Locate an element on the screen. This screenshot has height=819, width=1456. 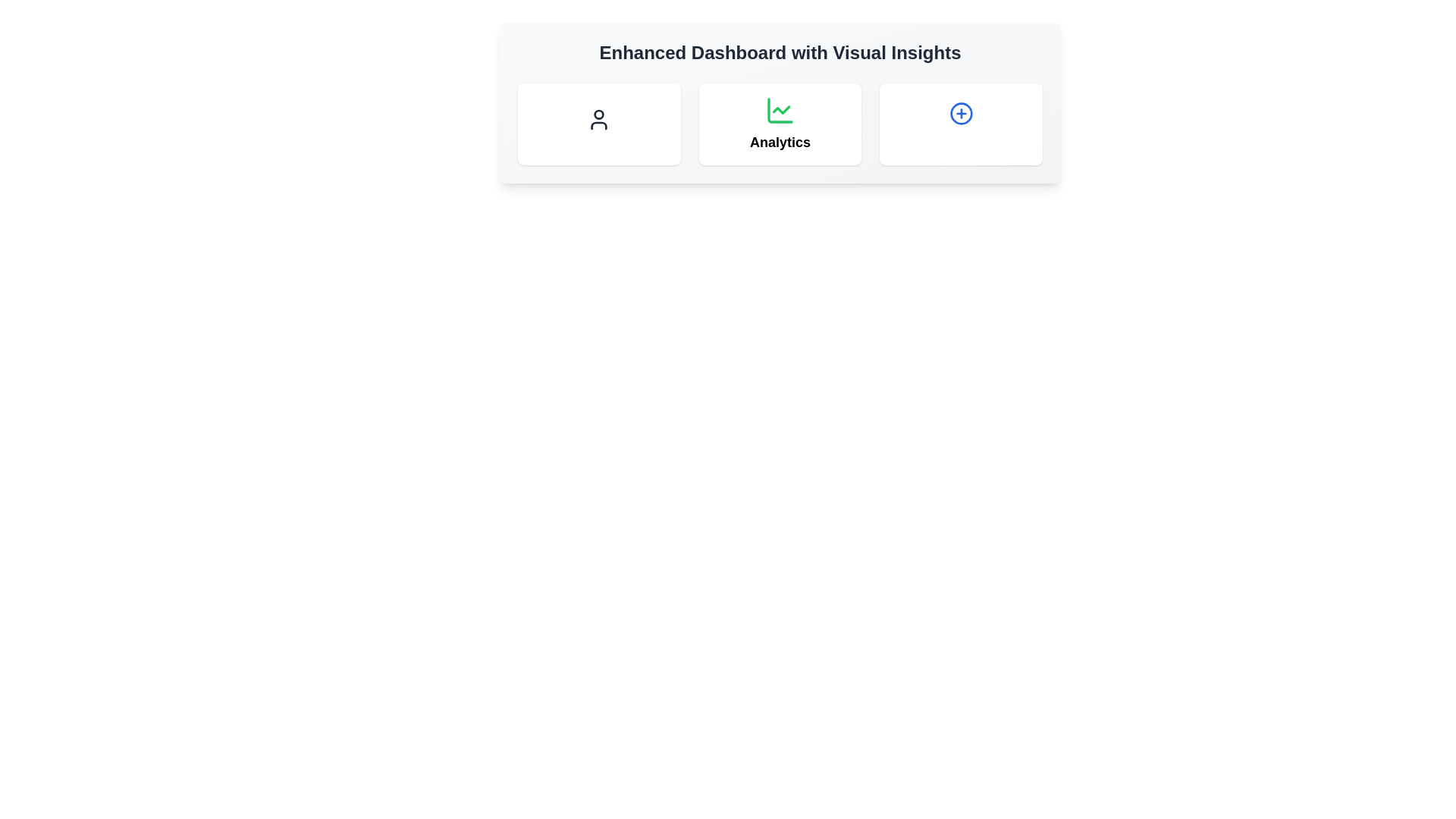
the header text displaying 'Enhanced Dashboard with Visual Insights', which is a bold, large-sized dark gray title located at the top of the page is located at coordinates (780, 52).